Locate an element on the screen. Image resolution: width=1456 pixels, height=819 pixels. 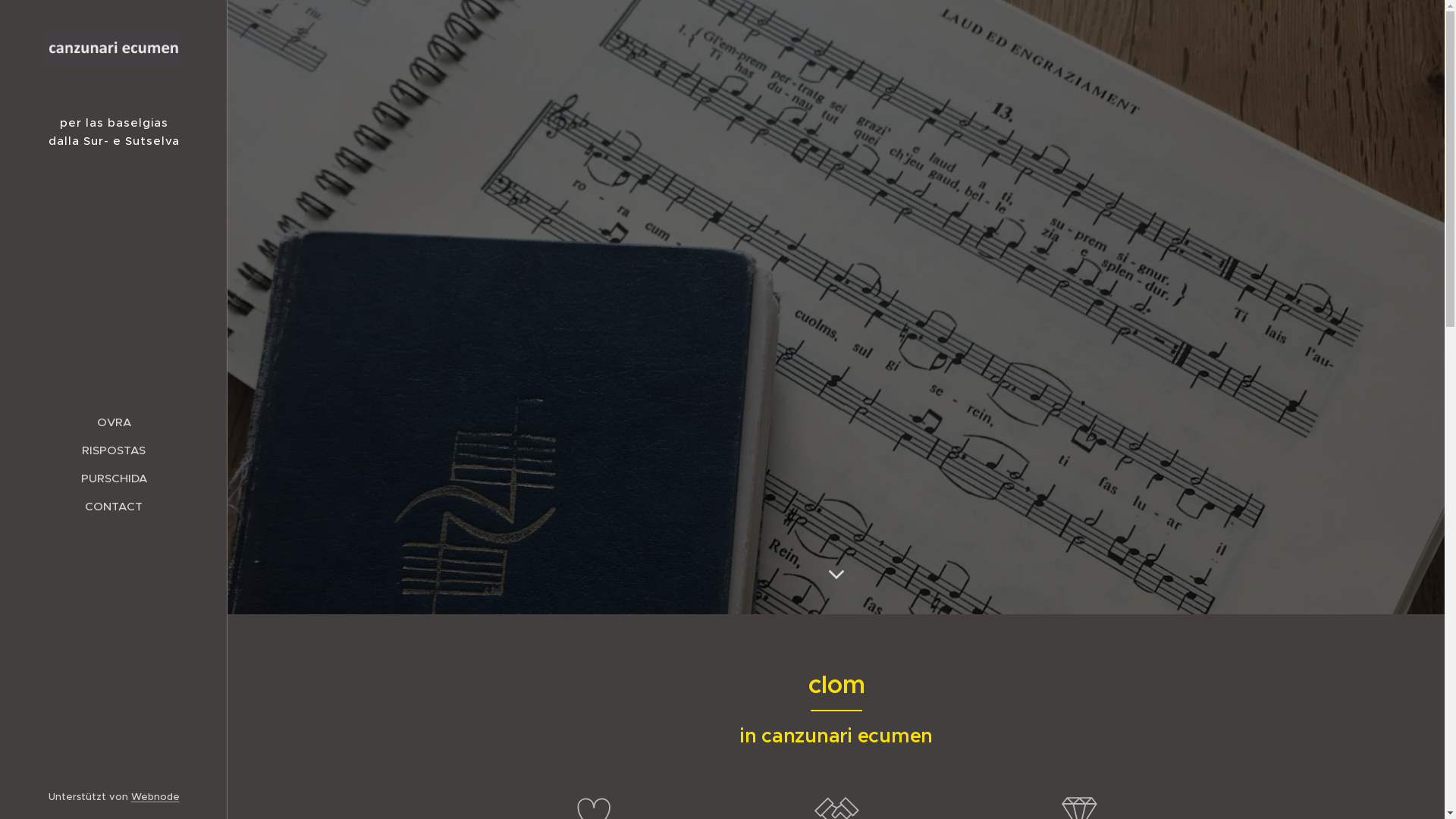
'CONTACT' is located at coordinates (4, 506).